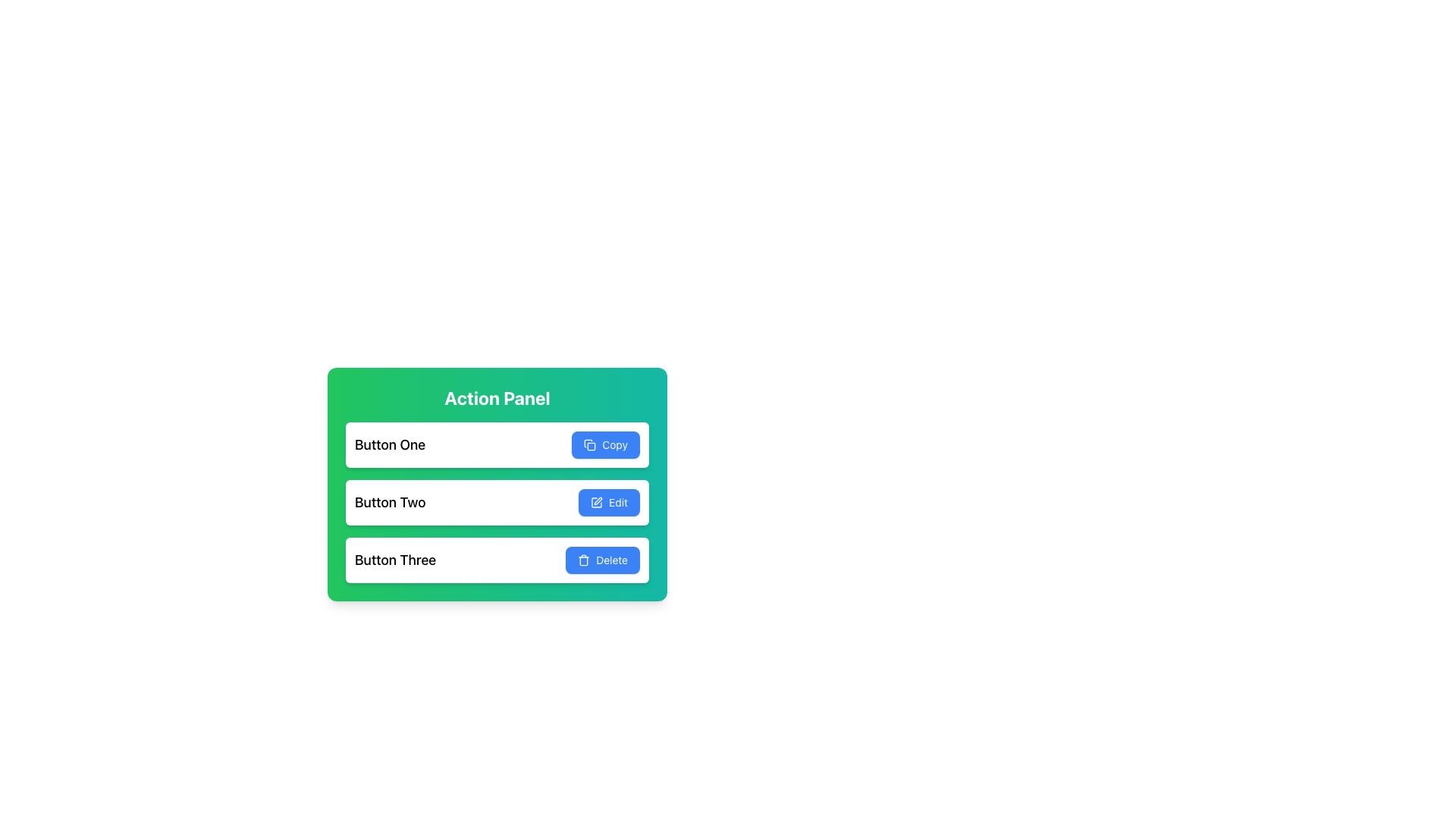 The image size is (1456, 819). I want to click on the 'Edit' button with a blue background and white text located in the 'Button Two' section, so click(618, 503).